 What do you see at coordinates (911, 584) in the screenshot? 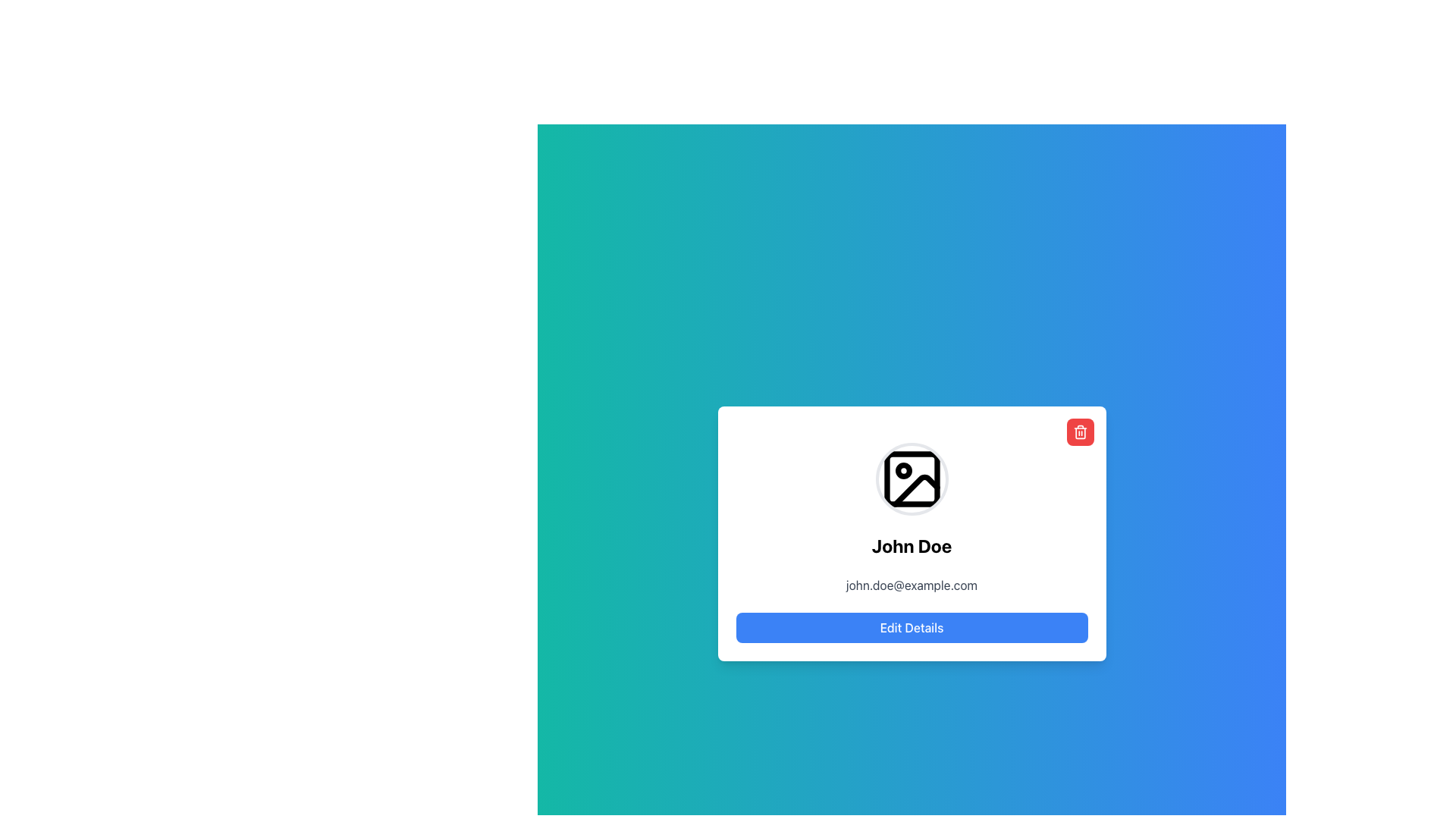
I see `the text label that reads 'john.doe@example.com', which is styled in gray and positioned below the 'John Doe' label within a white card component` at bounding box center [911, 584].